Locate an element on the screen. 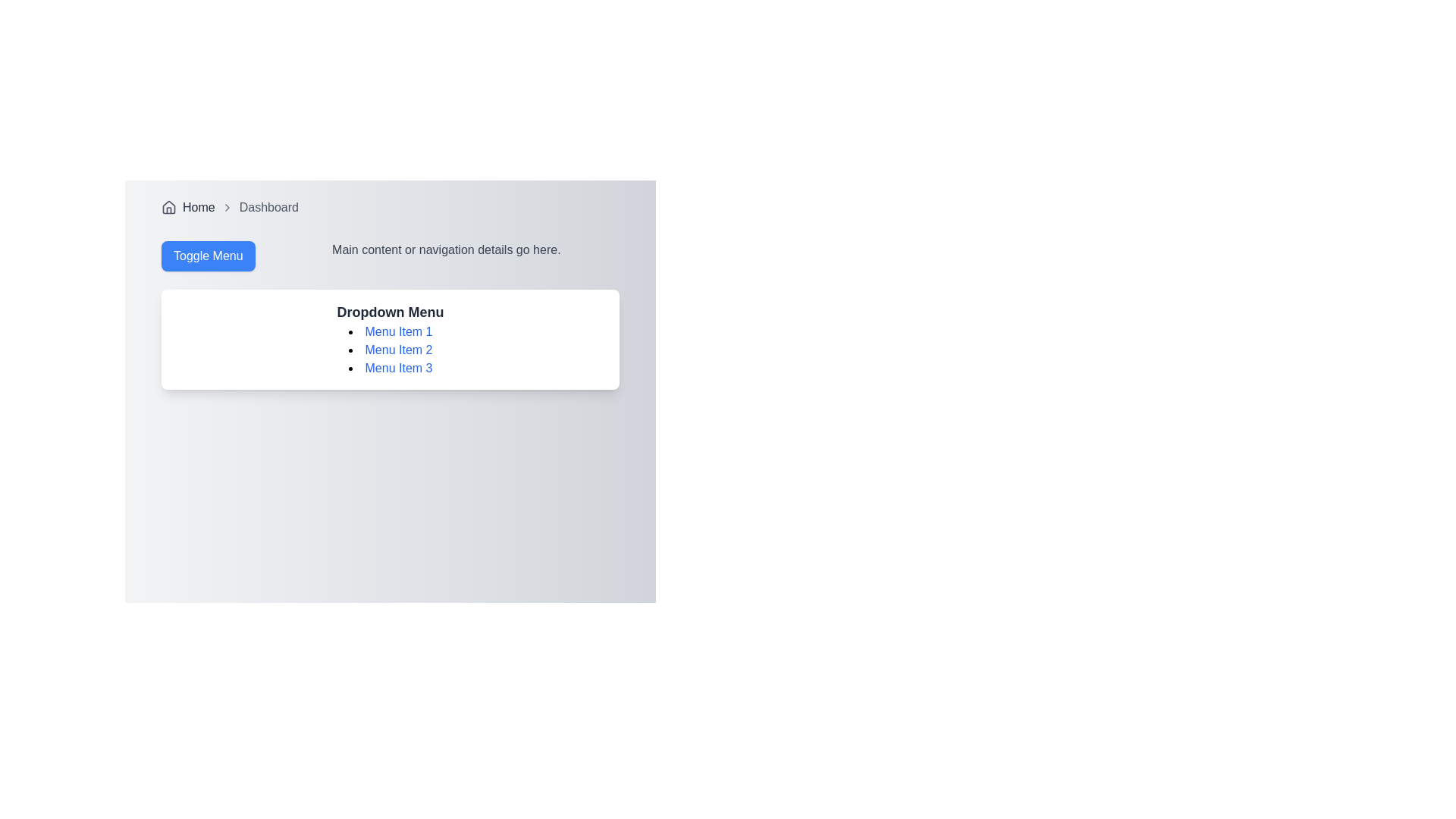  the hyperlink labeled 'Menu Item 3' in blue color located in the dropdown menu is located at coordinates (390, 369).